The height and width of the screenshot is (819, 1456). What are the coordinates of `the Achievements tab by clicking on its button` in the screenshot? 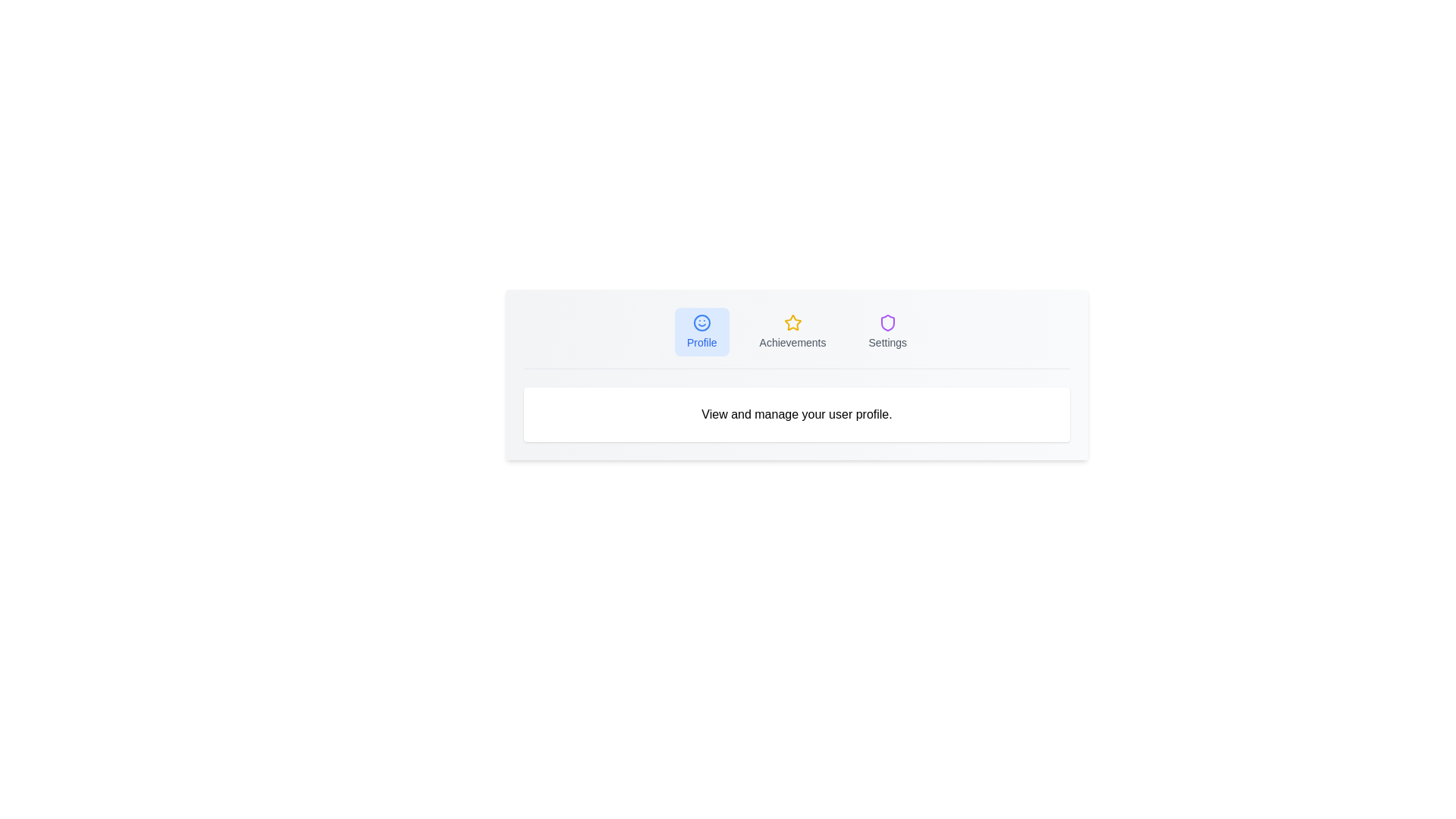 It's located at (792, 331).